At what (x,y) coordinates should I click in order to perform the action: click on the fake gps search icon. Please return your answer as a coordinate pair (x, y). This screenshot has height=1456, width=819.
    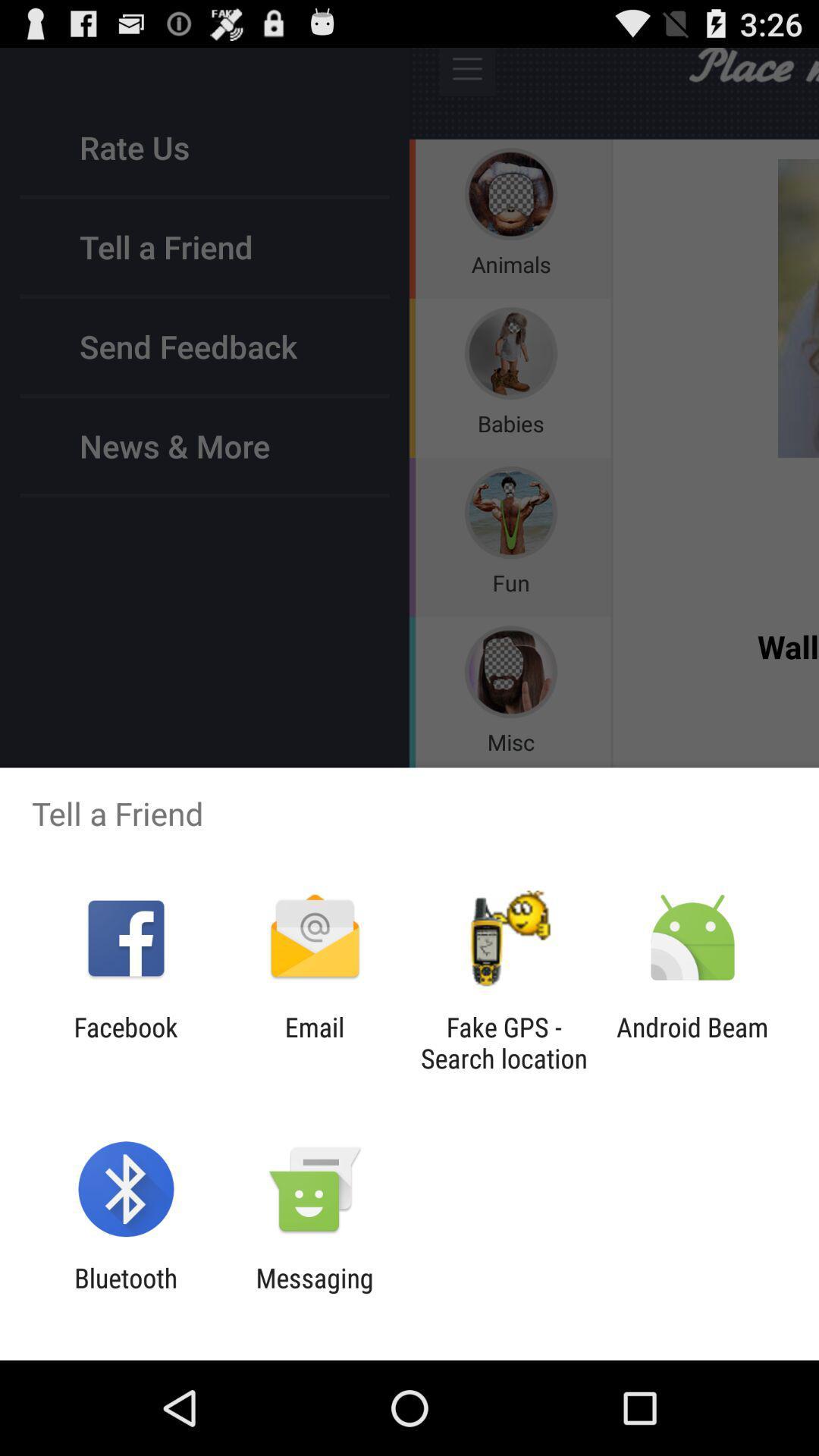
    Looking at the image, I should click on (504, 1042).